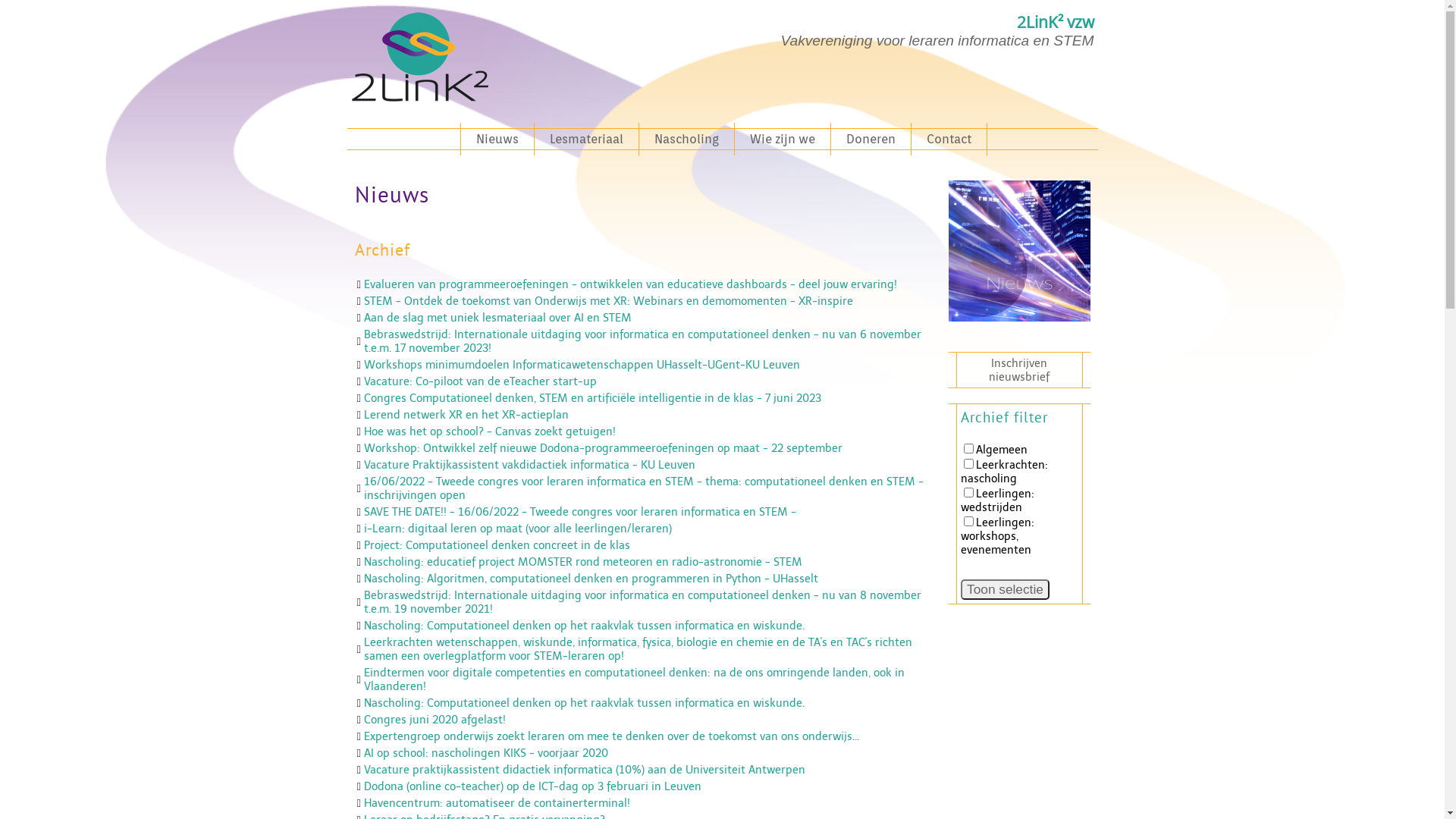 This screenshot has height=819, width=1456. I want to click on 'Contact', so click(948, 139).